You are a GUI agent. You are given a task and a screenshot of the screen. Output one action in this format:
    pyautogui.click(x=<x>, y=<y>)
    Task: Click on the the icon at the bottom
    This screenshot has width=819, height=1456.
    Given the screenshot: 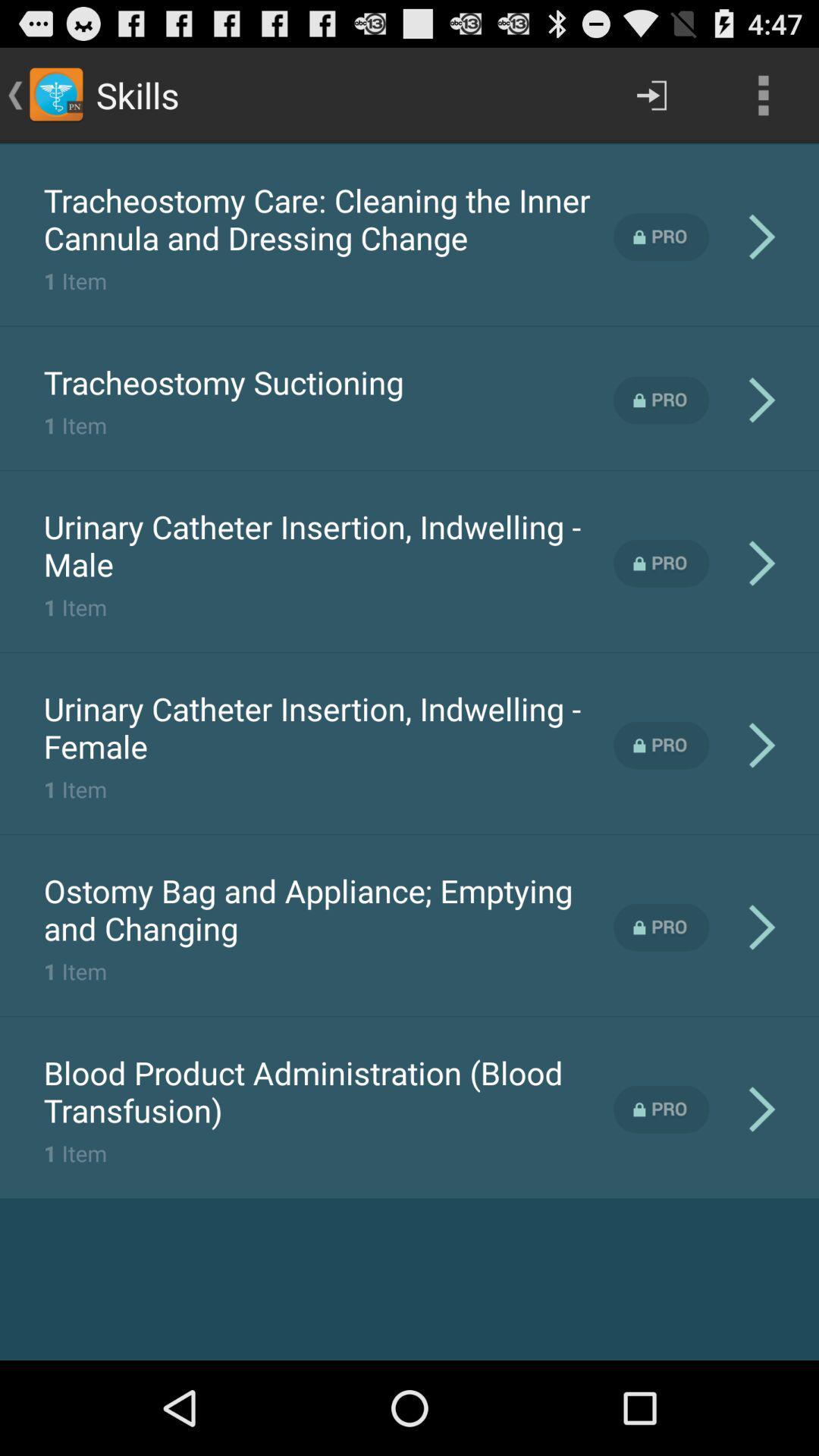 What is the action you would take?
    pyautogui.click(x=328, y=1090)
    